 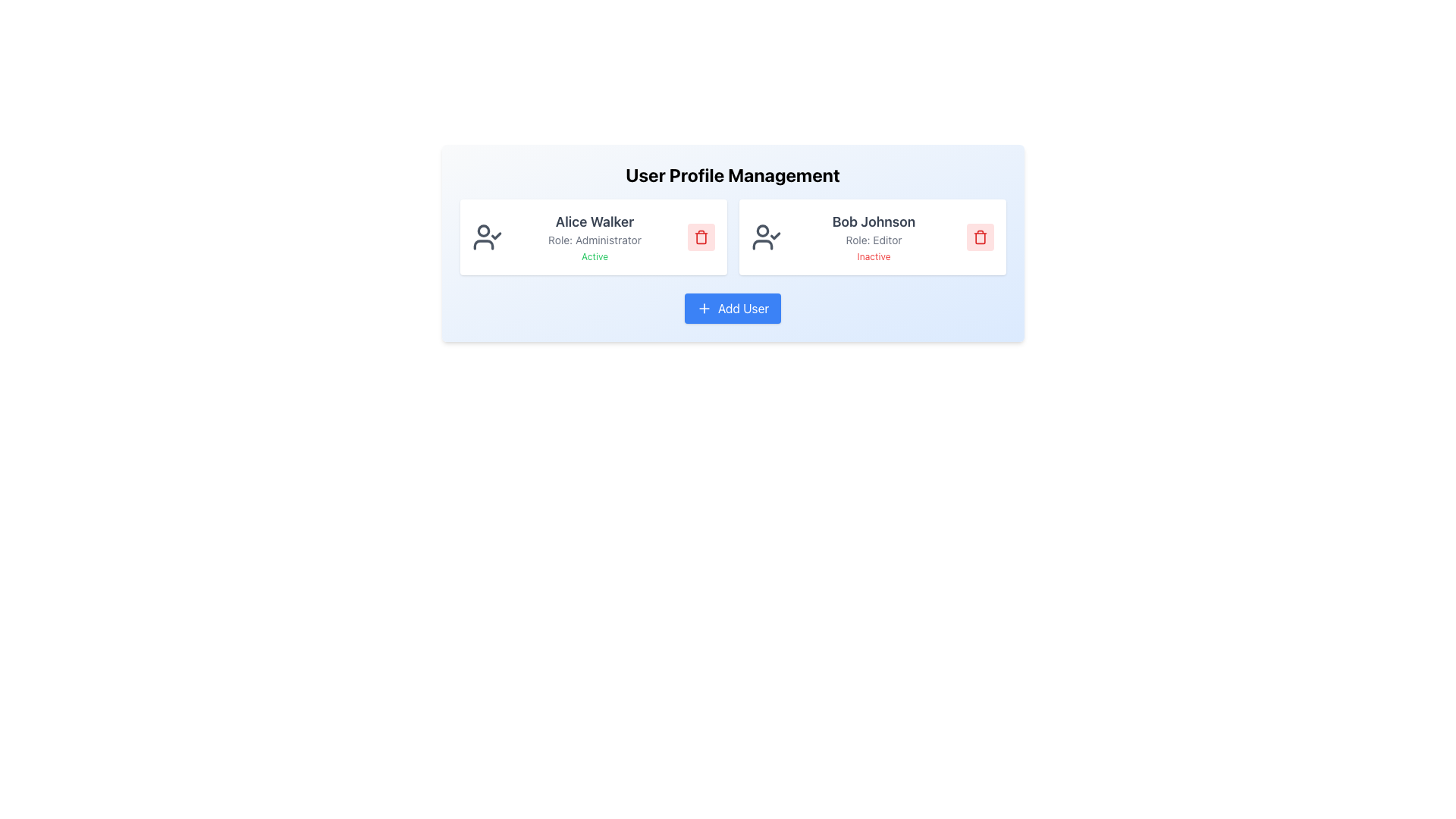 I want to click on the text label displaying the name 'Alice Walker', which serves as the primary identifier for the user's card in the profile management section, so click(x=594, y=222).